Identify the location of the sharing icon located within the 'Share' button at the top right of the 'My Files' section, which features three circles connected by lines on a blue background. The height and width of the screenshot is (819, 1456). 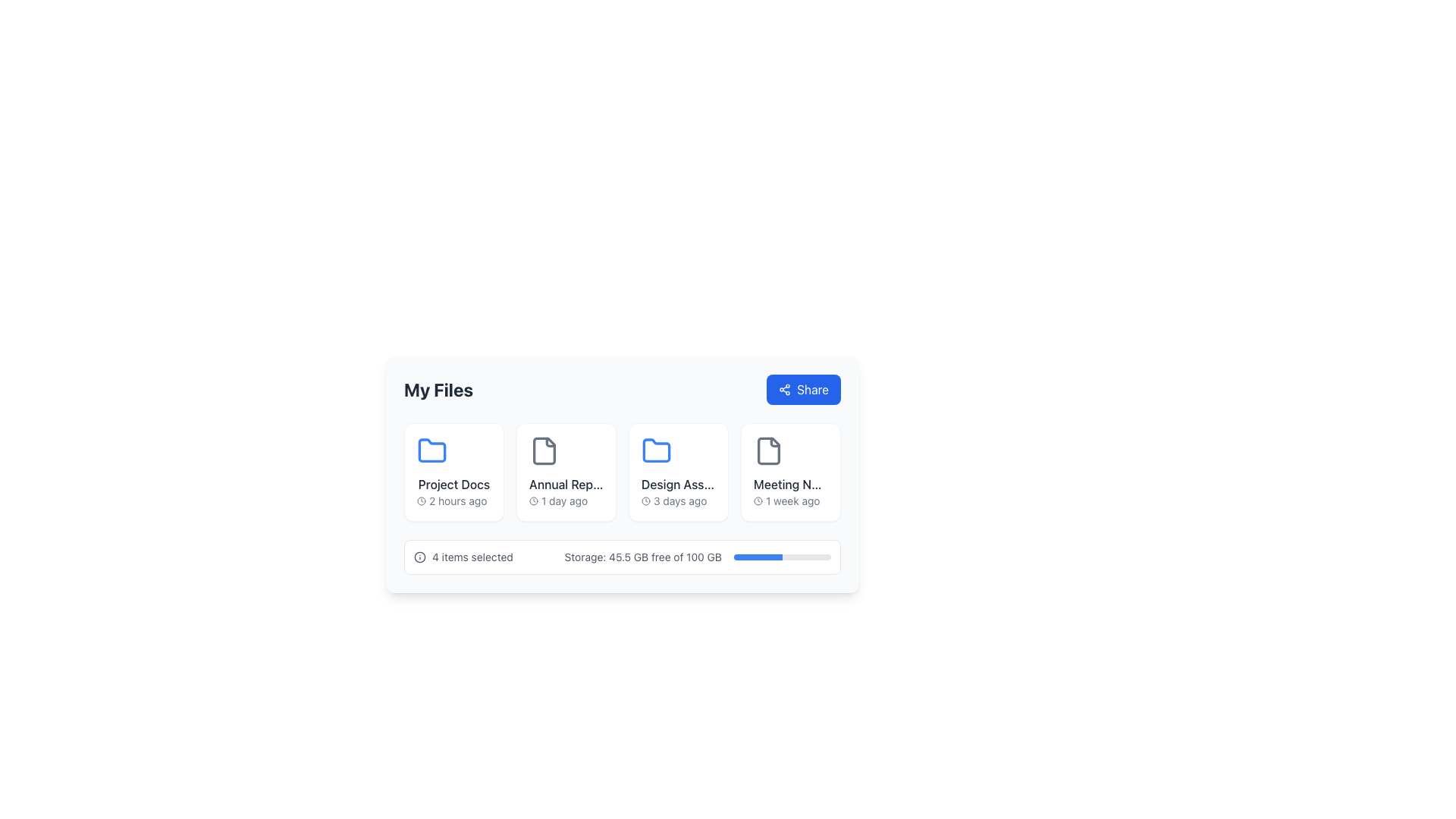
(785, 388).